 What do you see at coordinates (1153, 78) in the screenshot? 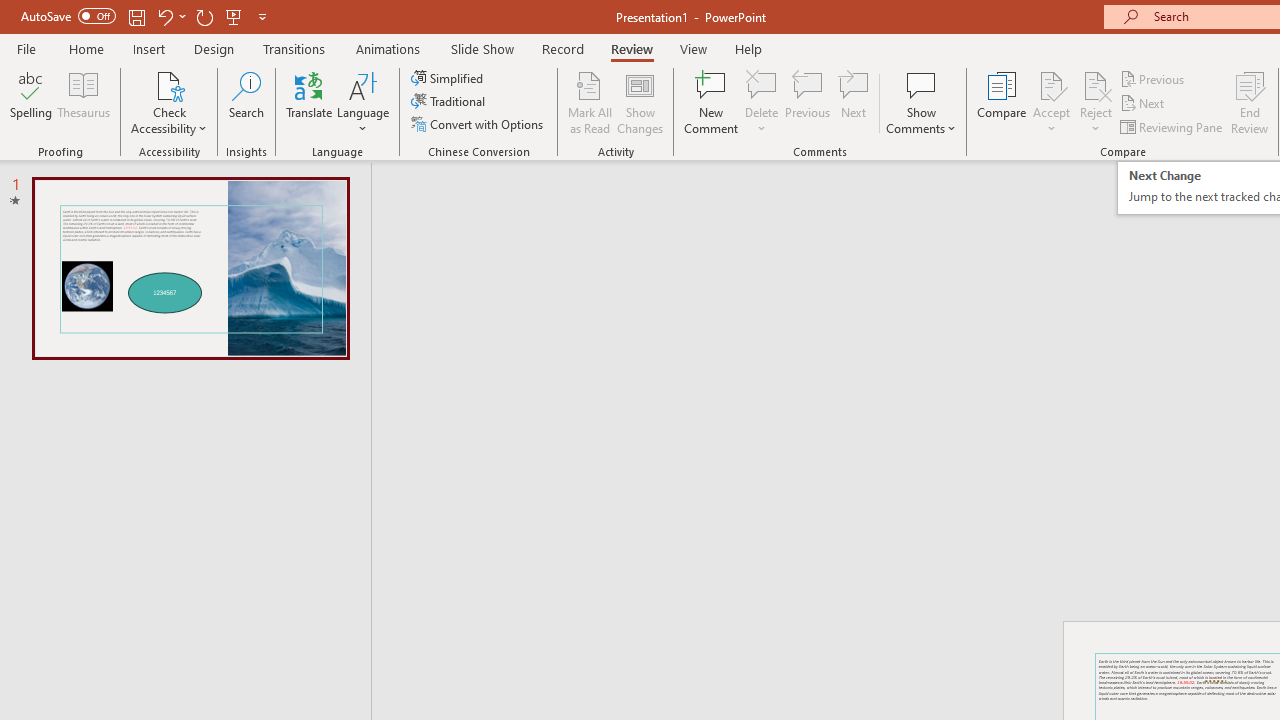
I see `'Previous'` at bounding box center [1153, 78].